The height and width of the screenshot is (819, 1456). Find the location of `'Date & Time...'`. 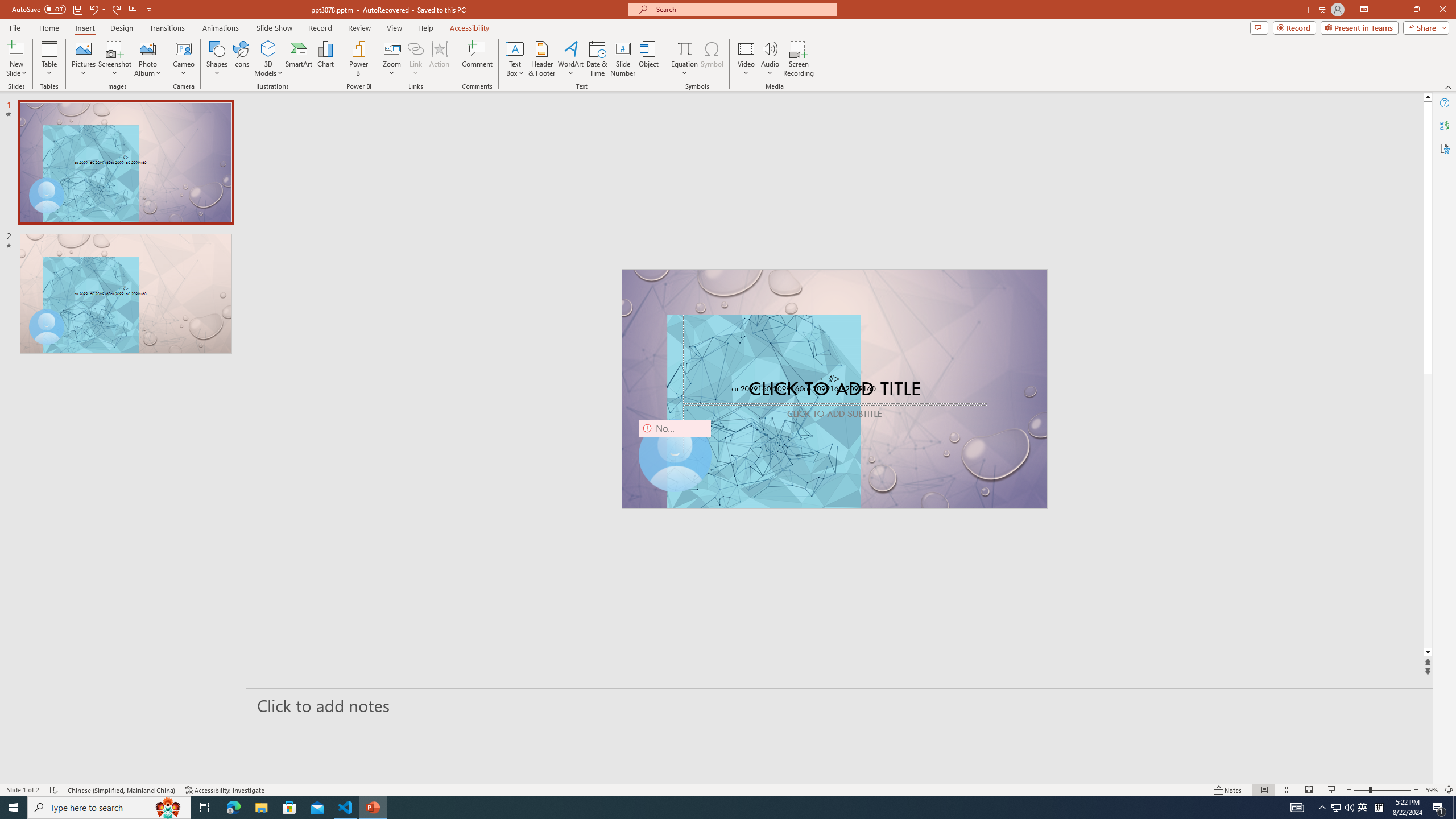

'Date & Time...' is located at coordinates (596, 59).